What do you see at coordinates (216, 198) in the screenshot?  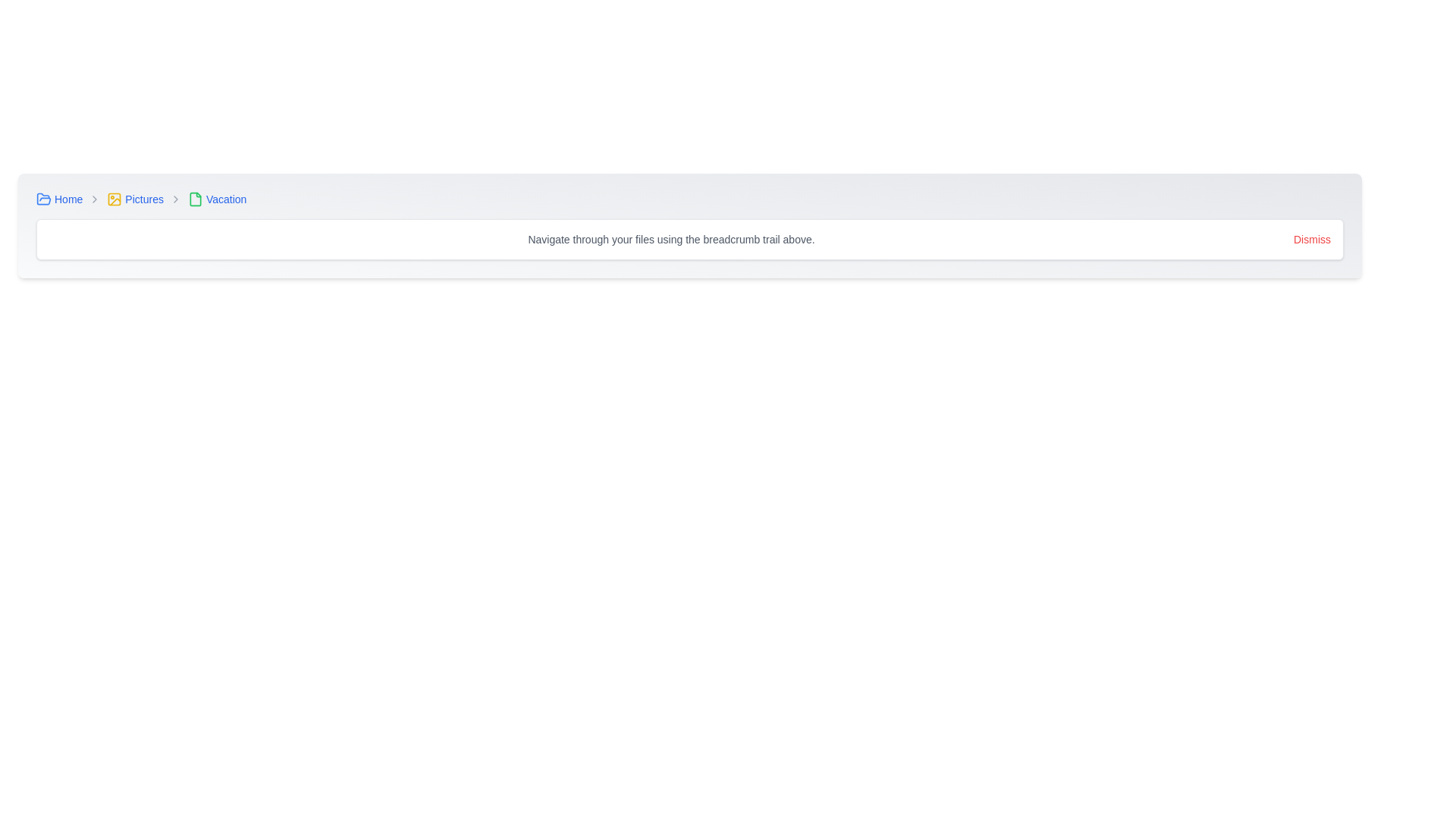 I see `the breadcrumb navigation link for 'Vacation'` at bounding box center [216, 198].